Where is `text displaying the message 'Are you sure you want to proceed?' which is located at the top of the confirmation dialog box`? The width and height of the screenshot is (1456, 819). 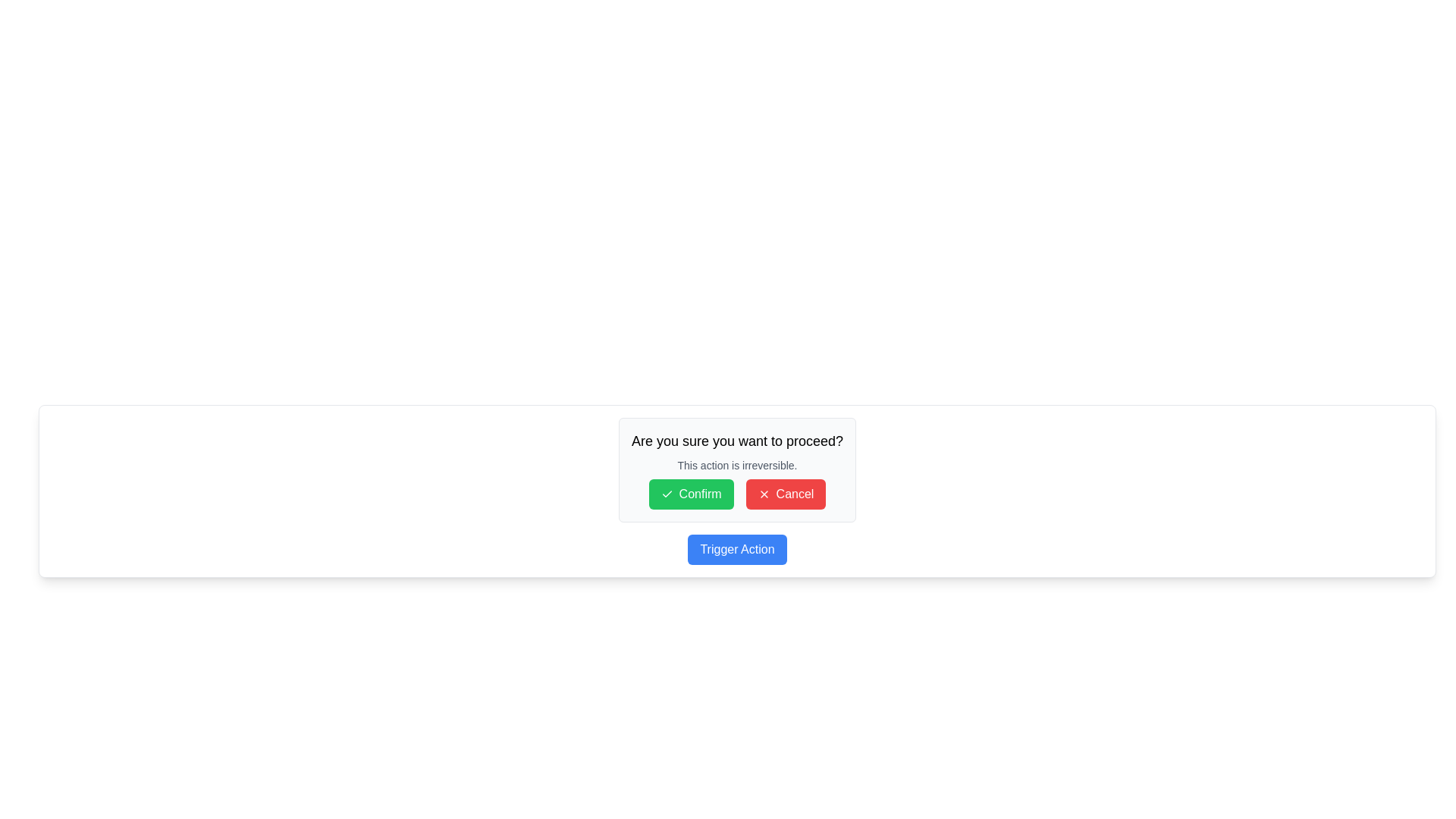
text displaying the message 'Are you sure you want to proceed?' which is located at the top of the confirmation dialog box is located at coordinates (737, 441).